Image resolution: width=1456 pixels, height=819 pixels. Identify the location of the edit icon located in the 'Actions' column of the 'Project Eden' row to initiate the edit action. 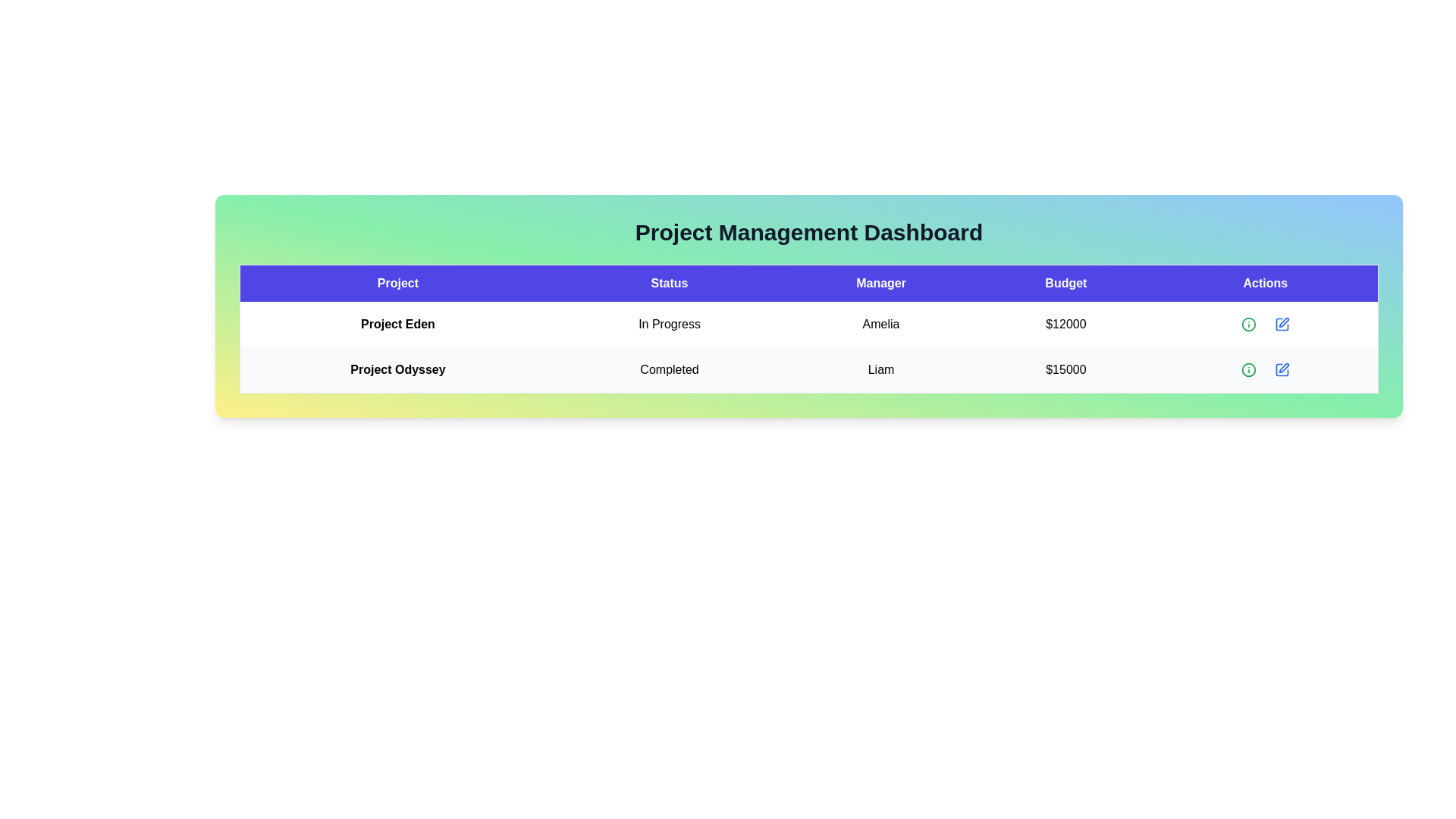
(1281, 324).